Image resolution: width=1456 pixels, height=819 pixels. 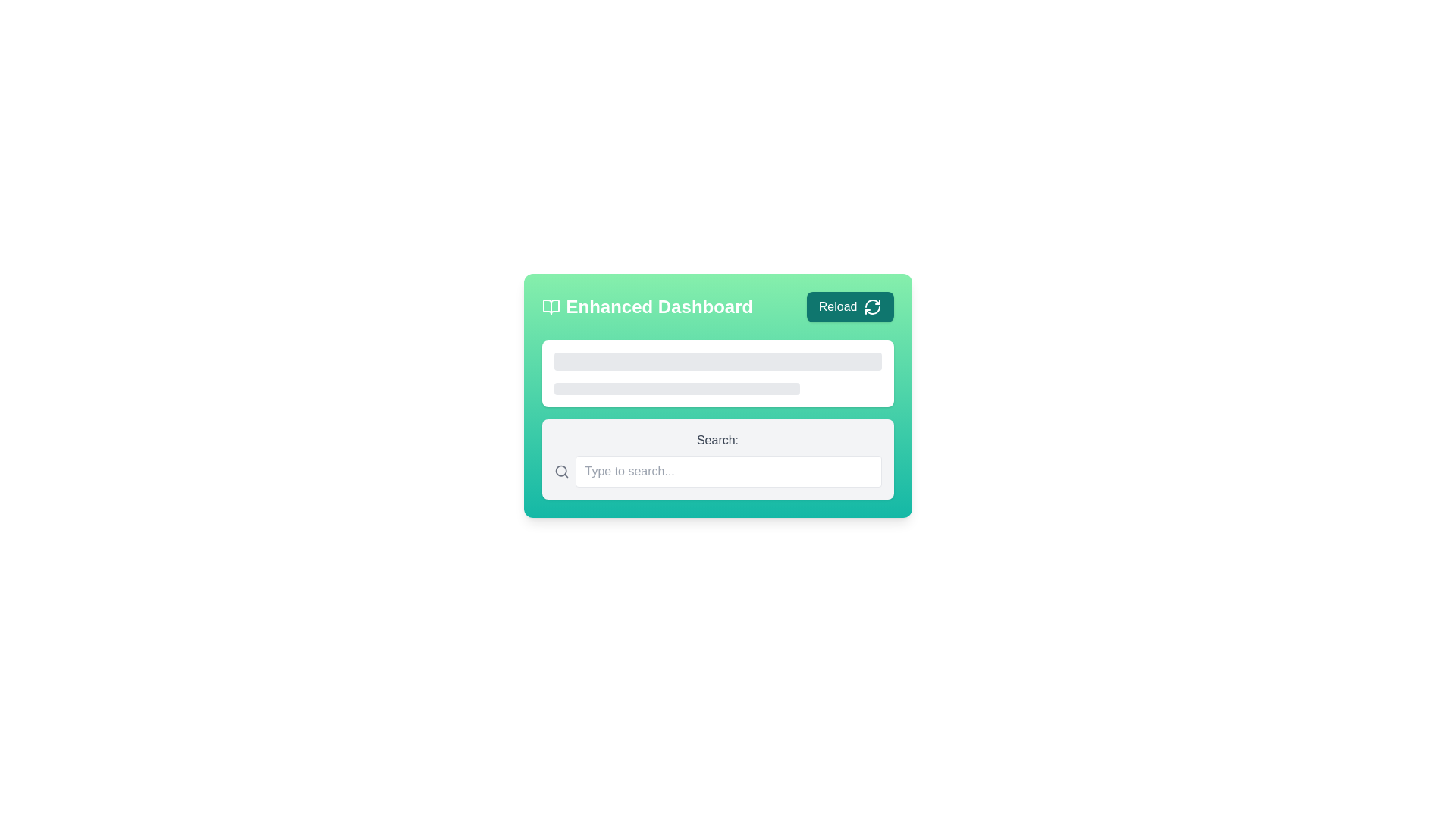 I want to click on the refresh Icon element located within the 'Reload' button in the top-right corner of the application interface, so click(x=872, y=307).